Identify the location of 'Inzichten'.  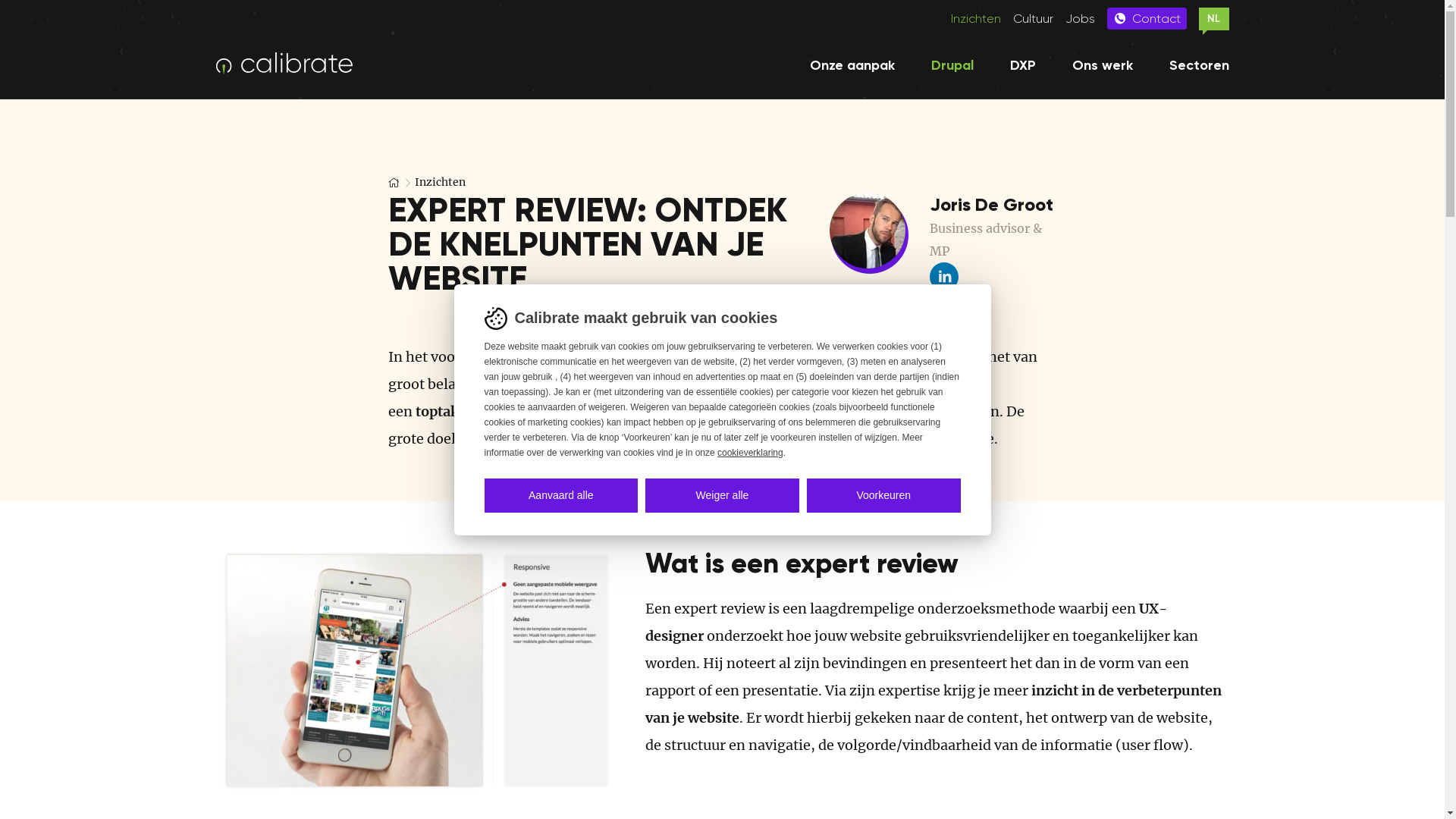
(975, 18).